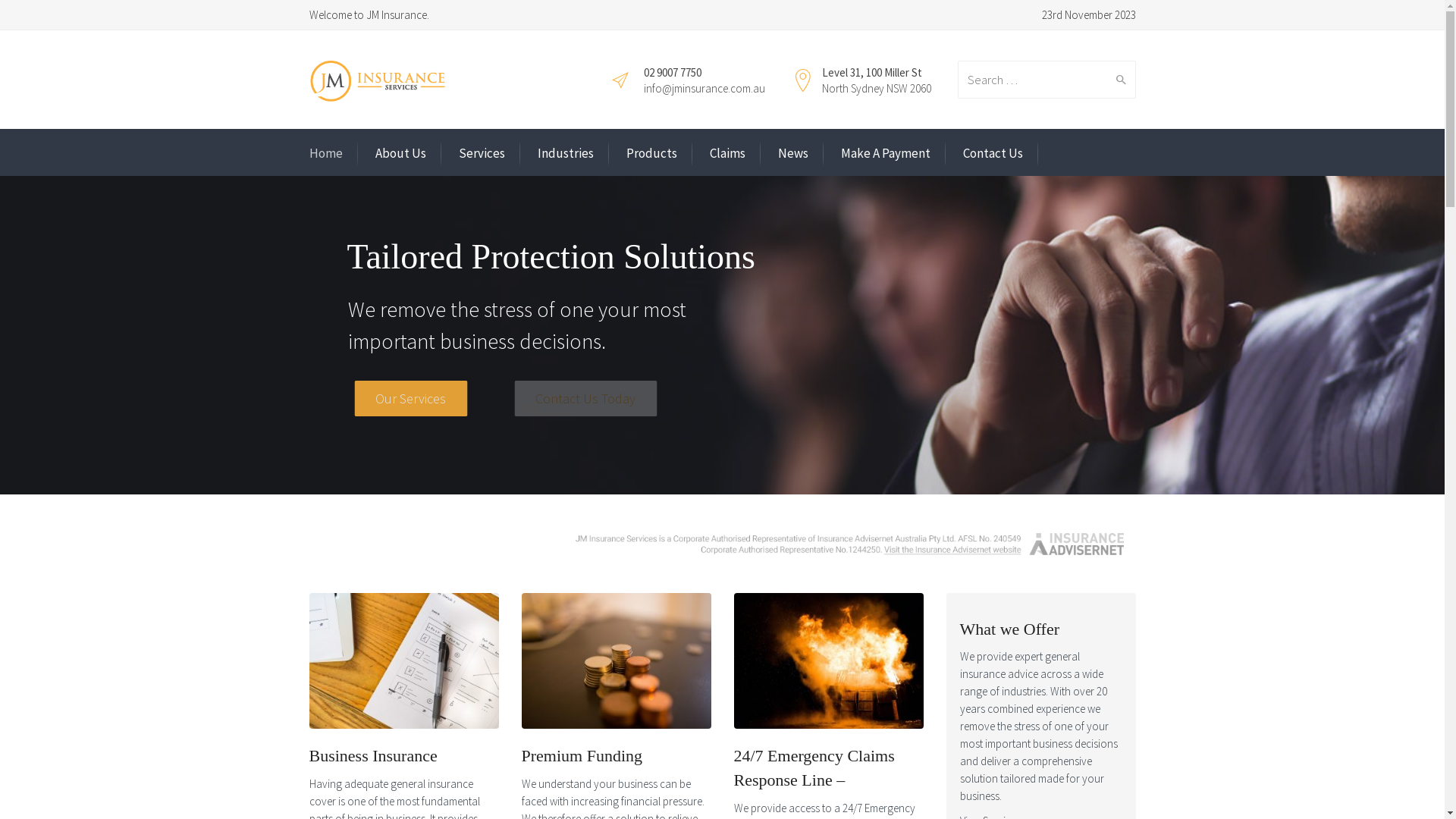 This screenshot has height=819, width=1456. Describe the element at coordinates (563, 153) in the screenshot. I see `'Industries'` at that location.